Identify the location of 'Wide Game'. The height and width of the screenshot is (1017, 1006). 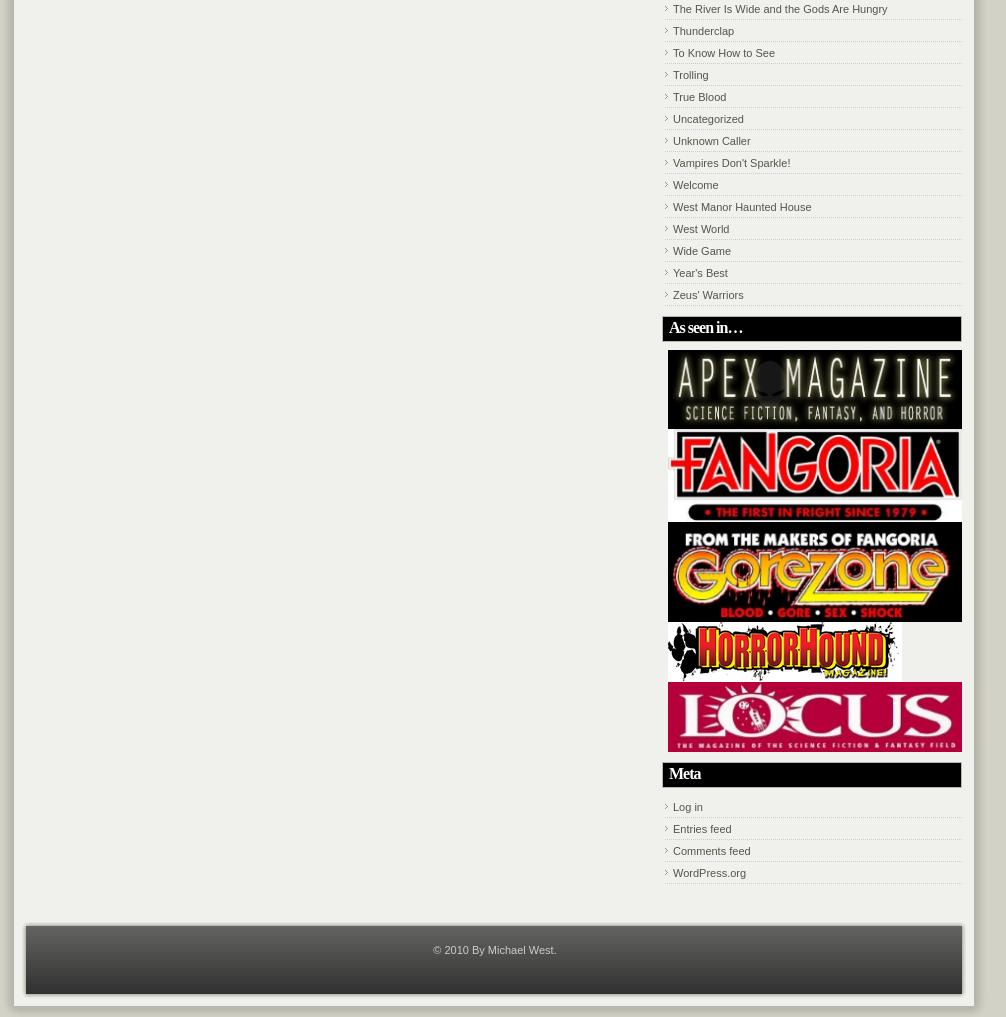
(673, 248).